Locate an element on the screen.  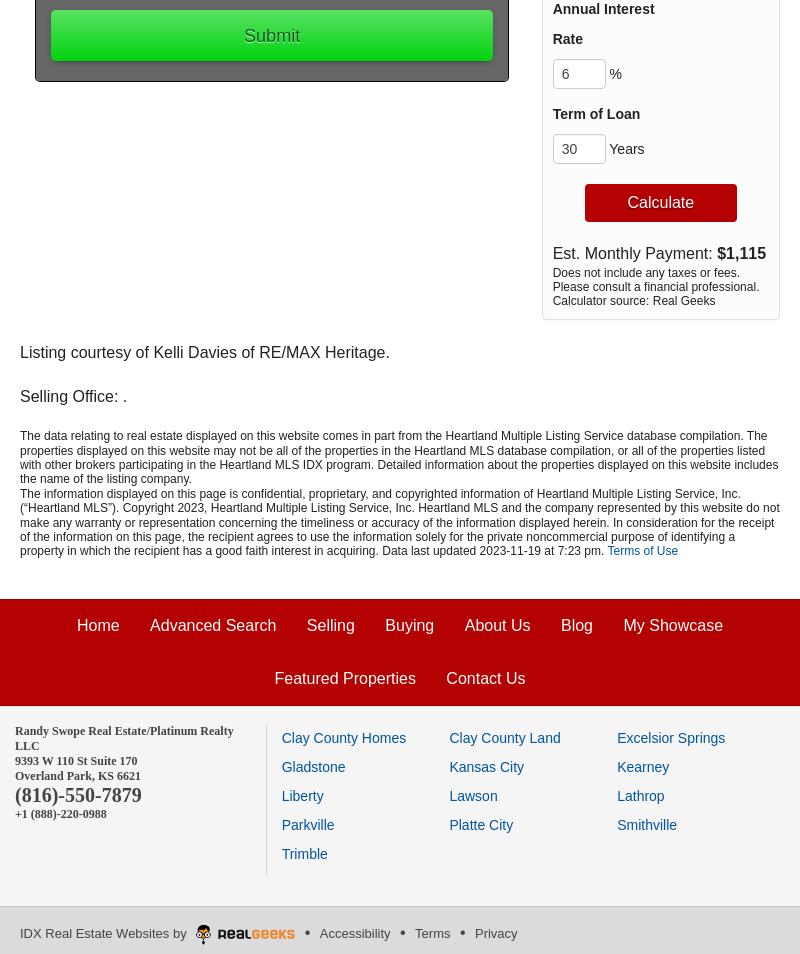
'.' is located at coordinates (604, 550).